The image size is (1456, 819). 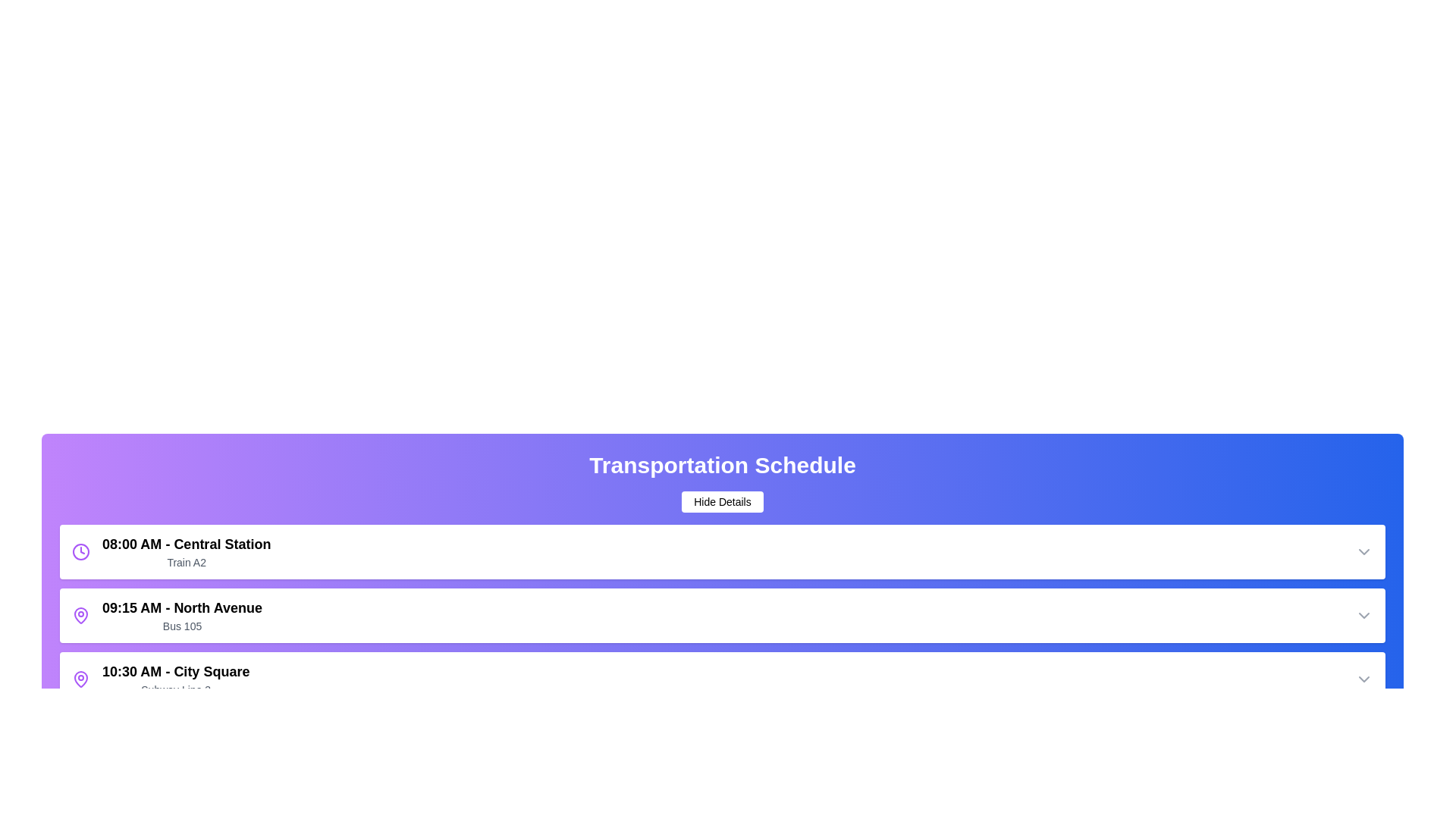 I want to click on the dropdown arrow of the schedule item corresponding to 10:30 AM - City Square, so click(x=1364, y=678).